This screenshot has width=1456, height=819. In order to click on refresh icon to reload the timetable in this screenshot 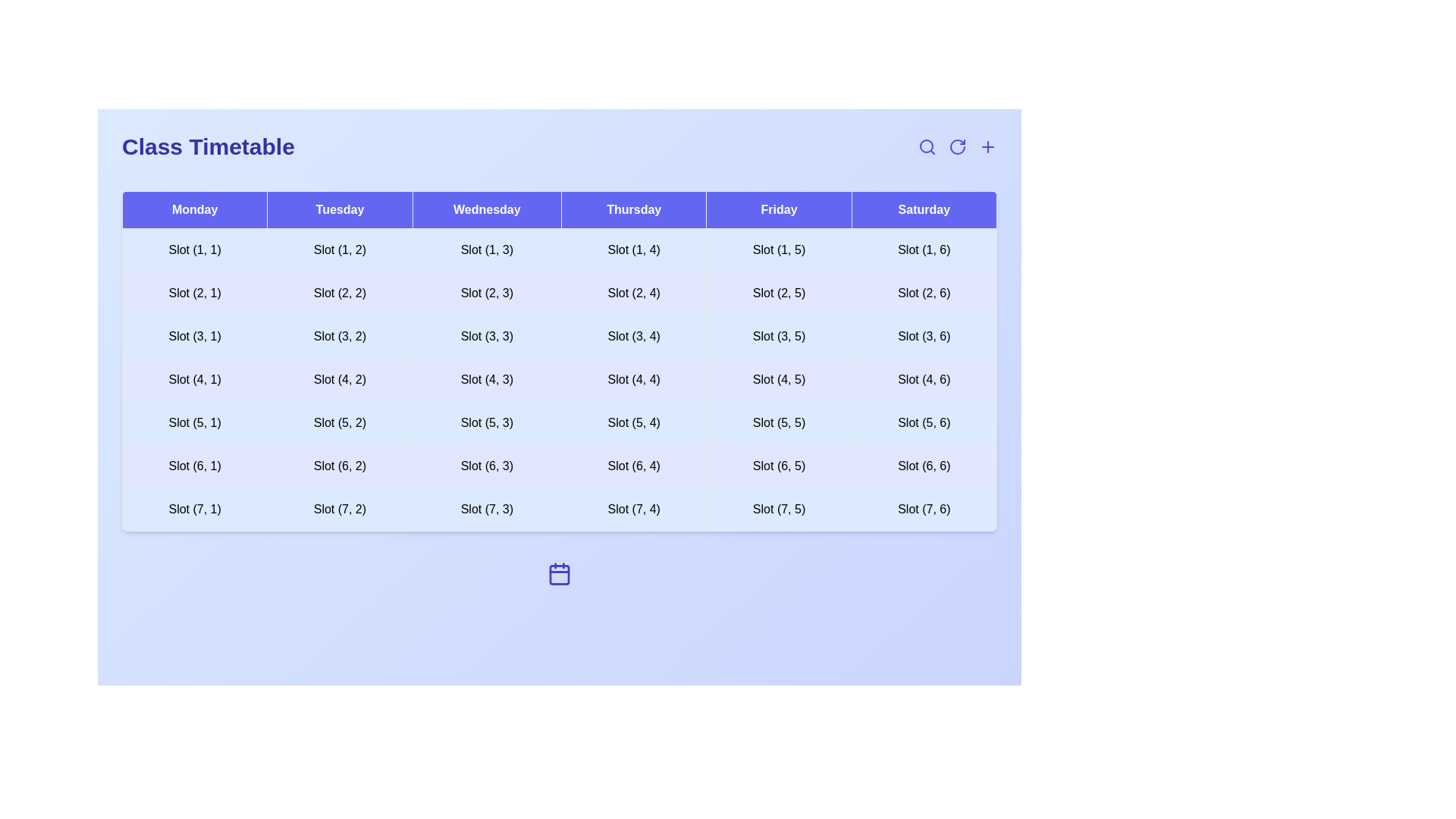, I will do `click(956, 146)`.